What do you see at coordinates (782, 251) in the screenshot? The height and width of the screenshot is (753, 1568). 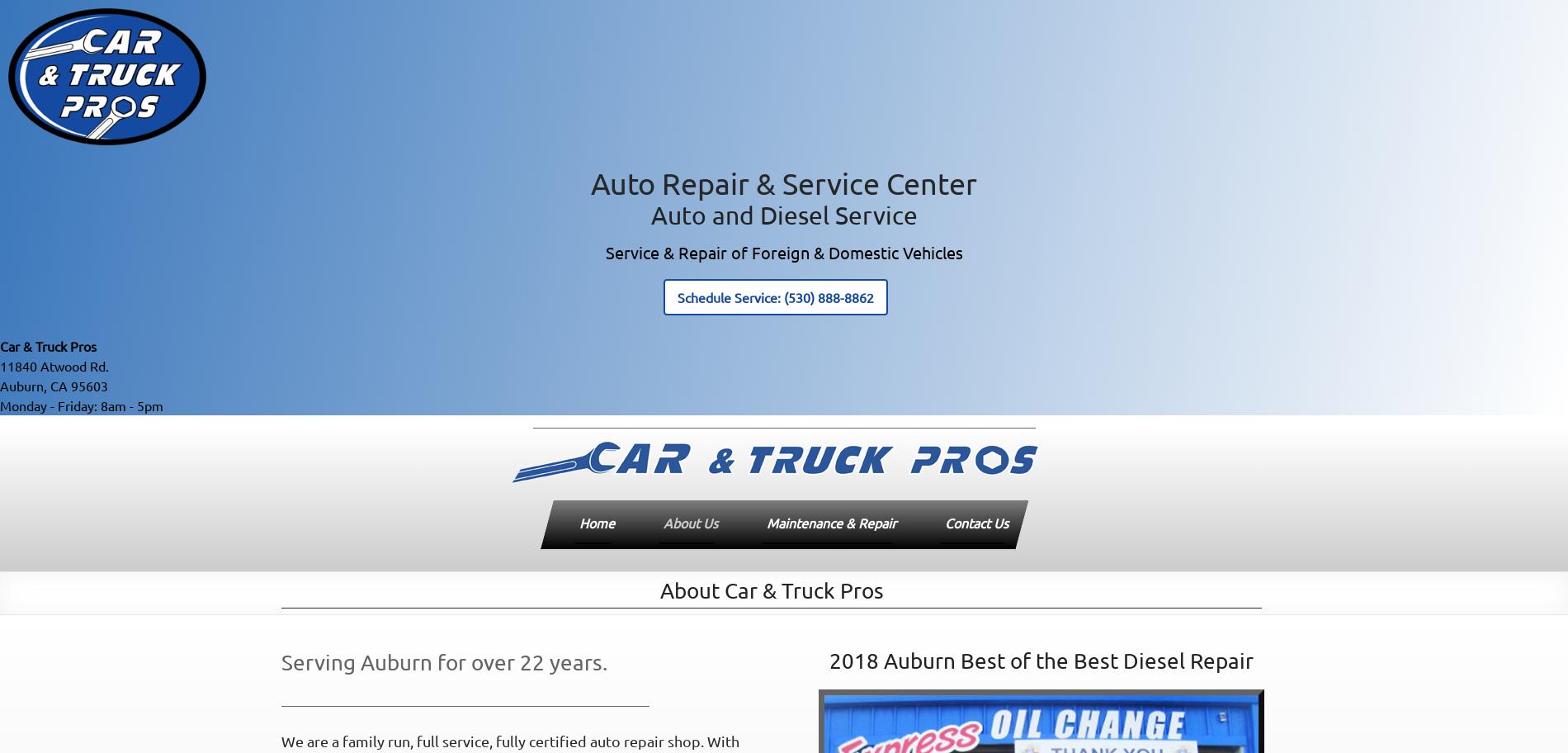 I see `'Service & Repair of Foreign & Domestic Vehicles'` at bounding box center [782, 251].